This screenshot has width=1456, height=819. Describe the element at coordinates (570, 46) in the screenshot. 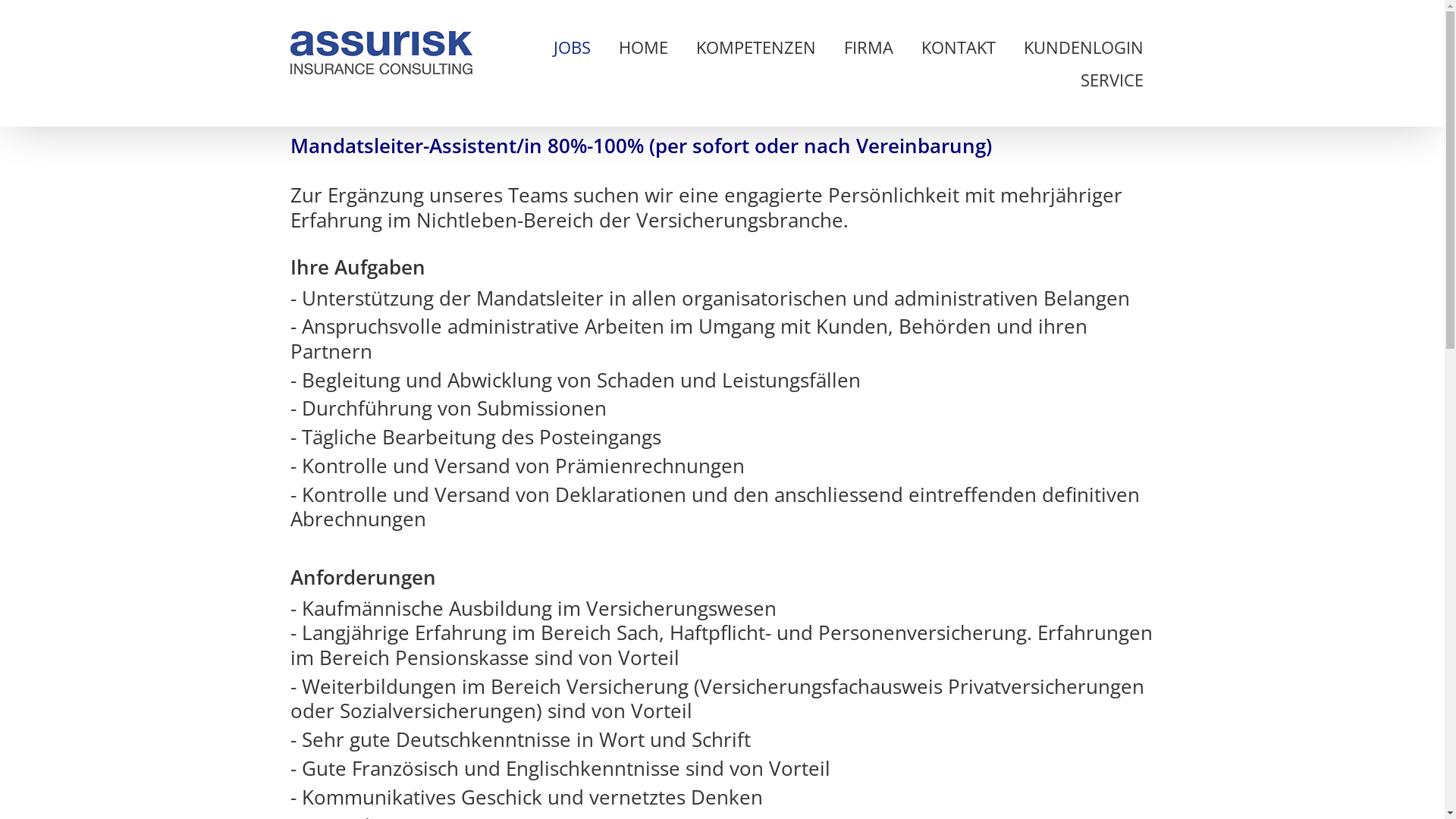

I see `'JOBS'` at that location.